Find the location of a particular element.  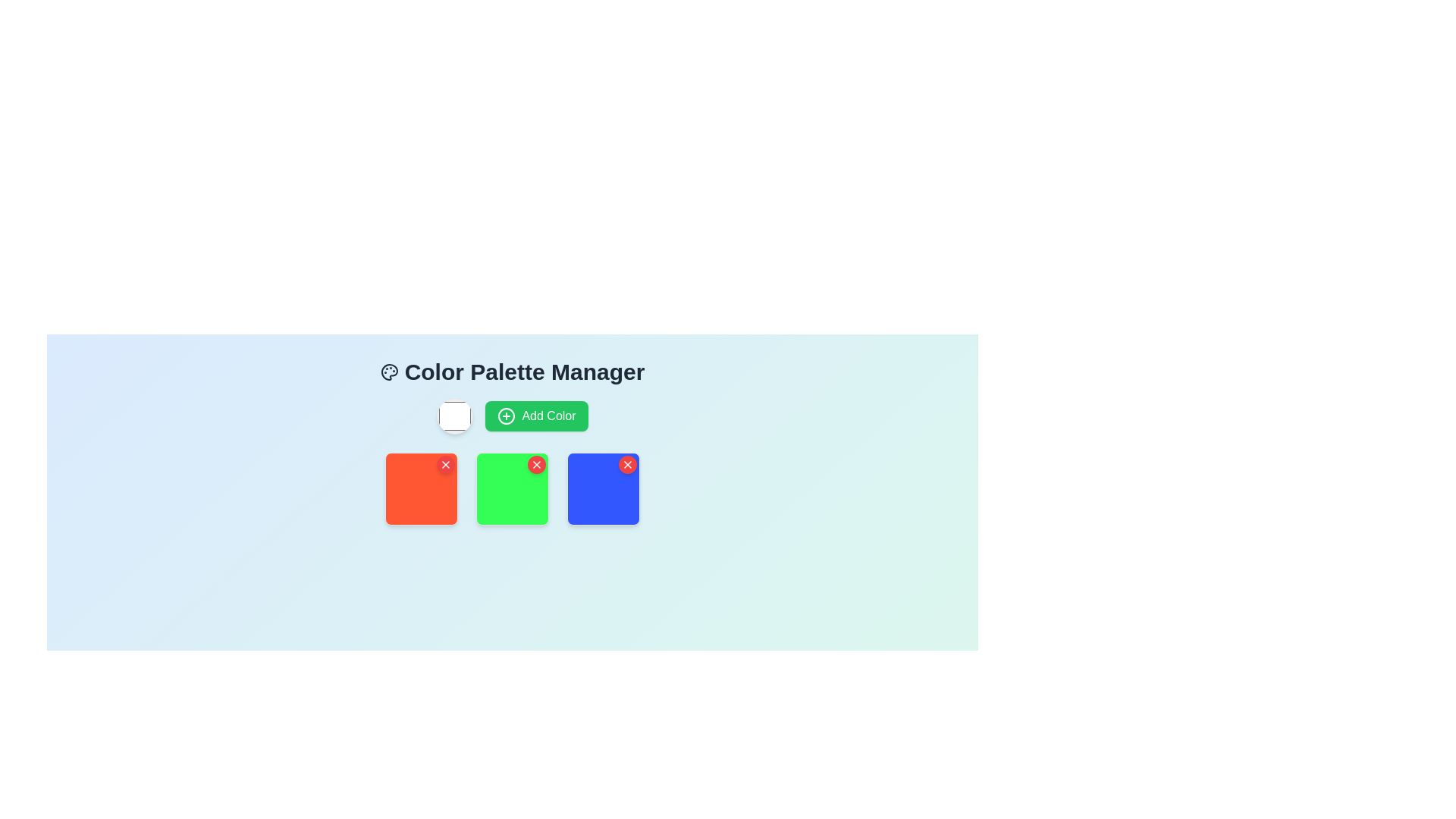

the delete button located at the top-right corner of the green color box is located at coordinates (537, 464).